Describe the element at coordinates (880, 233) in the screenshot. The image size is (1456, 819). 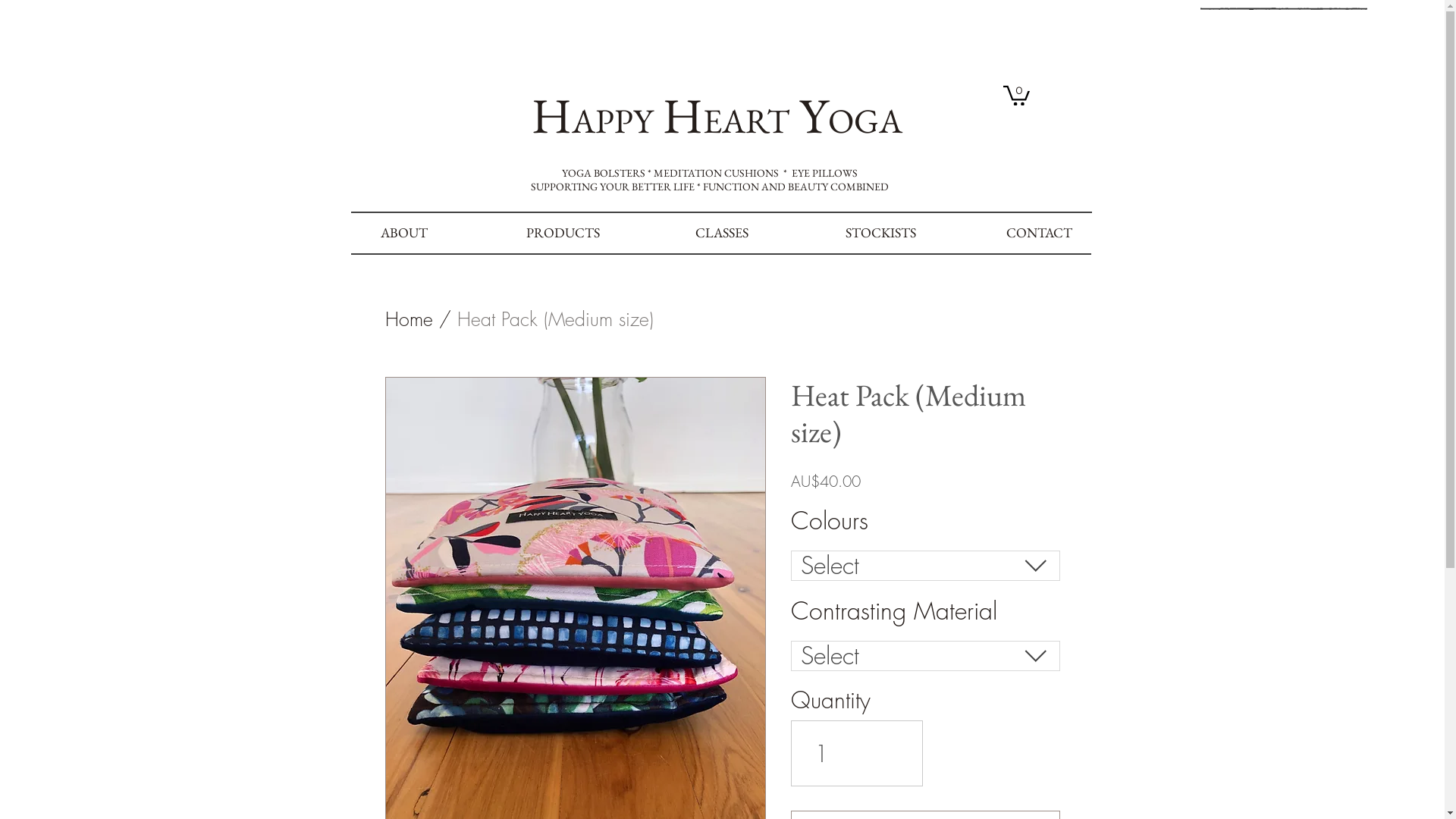
I see `'STOCKISTS'` at that location.